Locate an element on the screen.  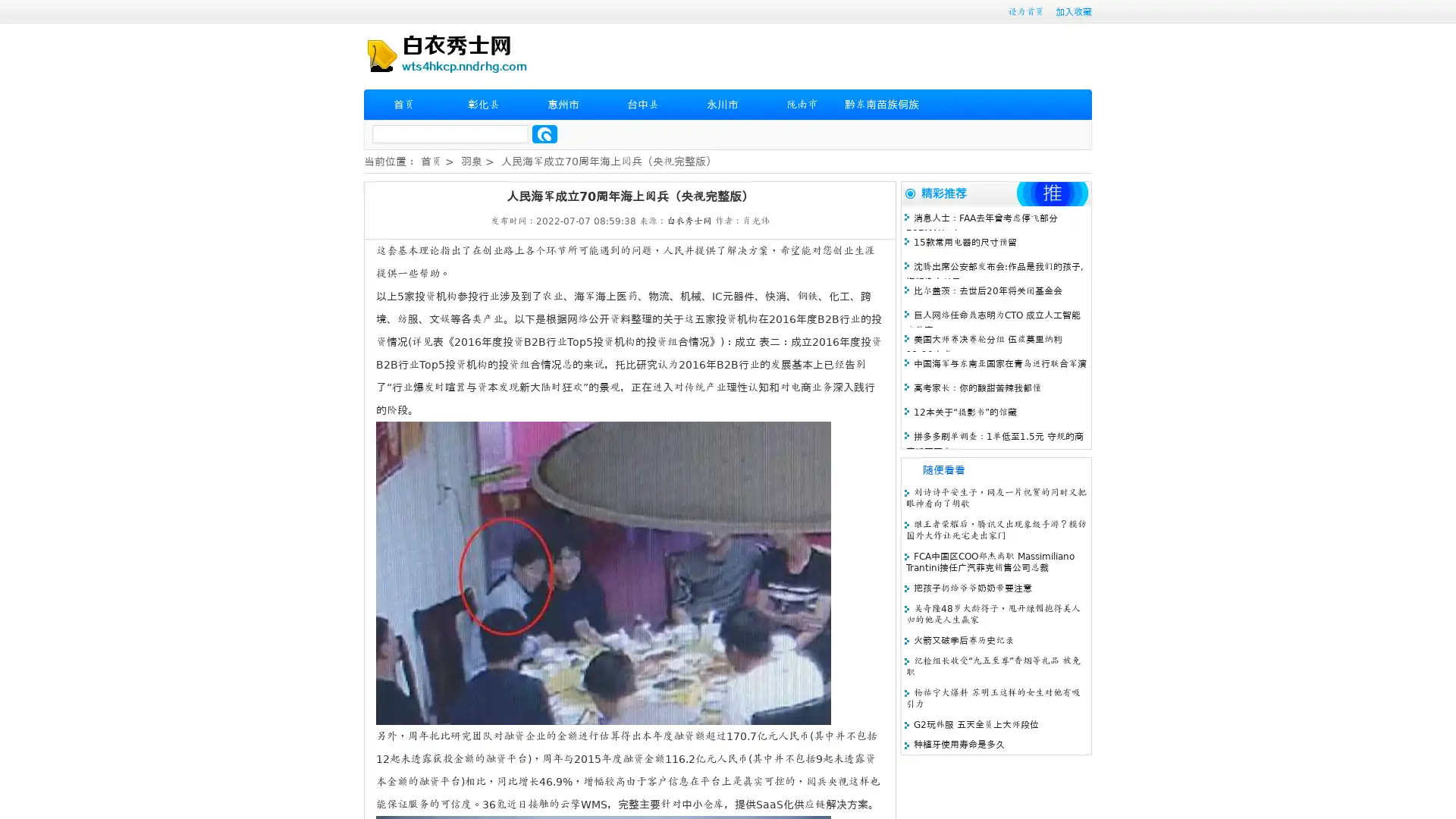
Search is located at coordinates (544, 133).